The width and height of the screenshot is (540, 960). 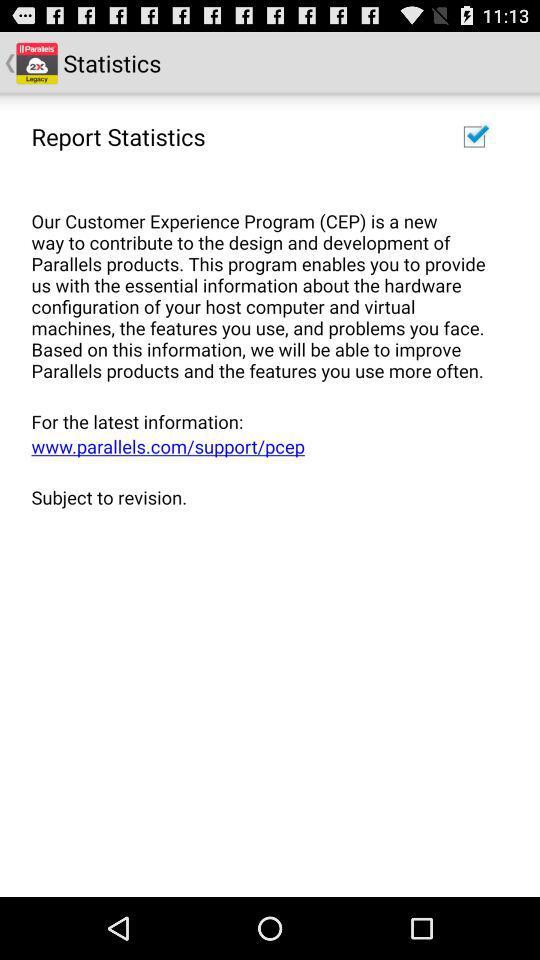 I want to click on item above our customer experience, so click(x=473, y=135).